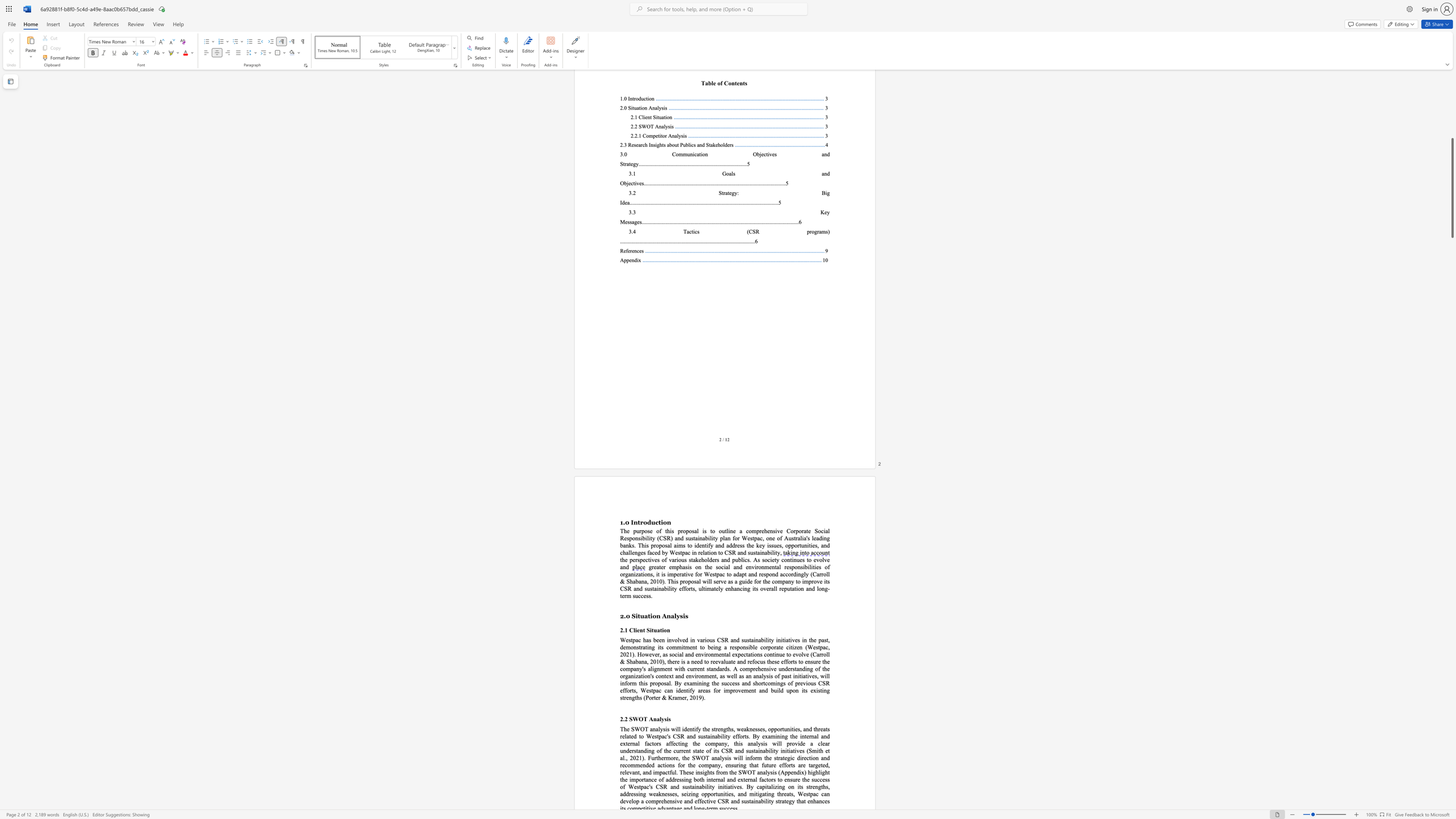 The image size is (1456, 819). What do you see at coordinates (777, 560) in the screenshot?
I see `the 1th character "y" in the text` at bounding box center [777, 560].